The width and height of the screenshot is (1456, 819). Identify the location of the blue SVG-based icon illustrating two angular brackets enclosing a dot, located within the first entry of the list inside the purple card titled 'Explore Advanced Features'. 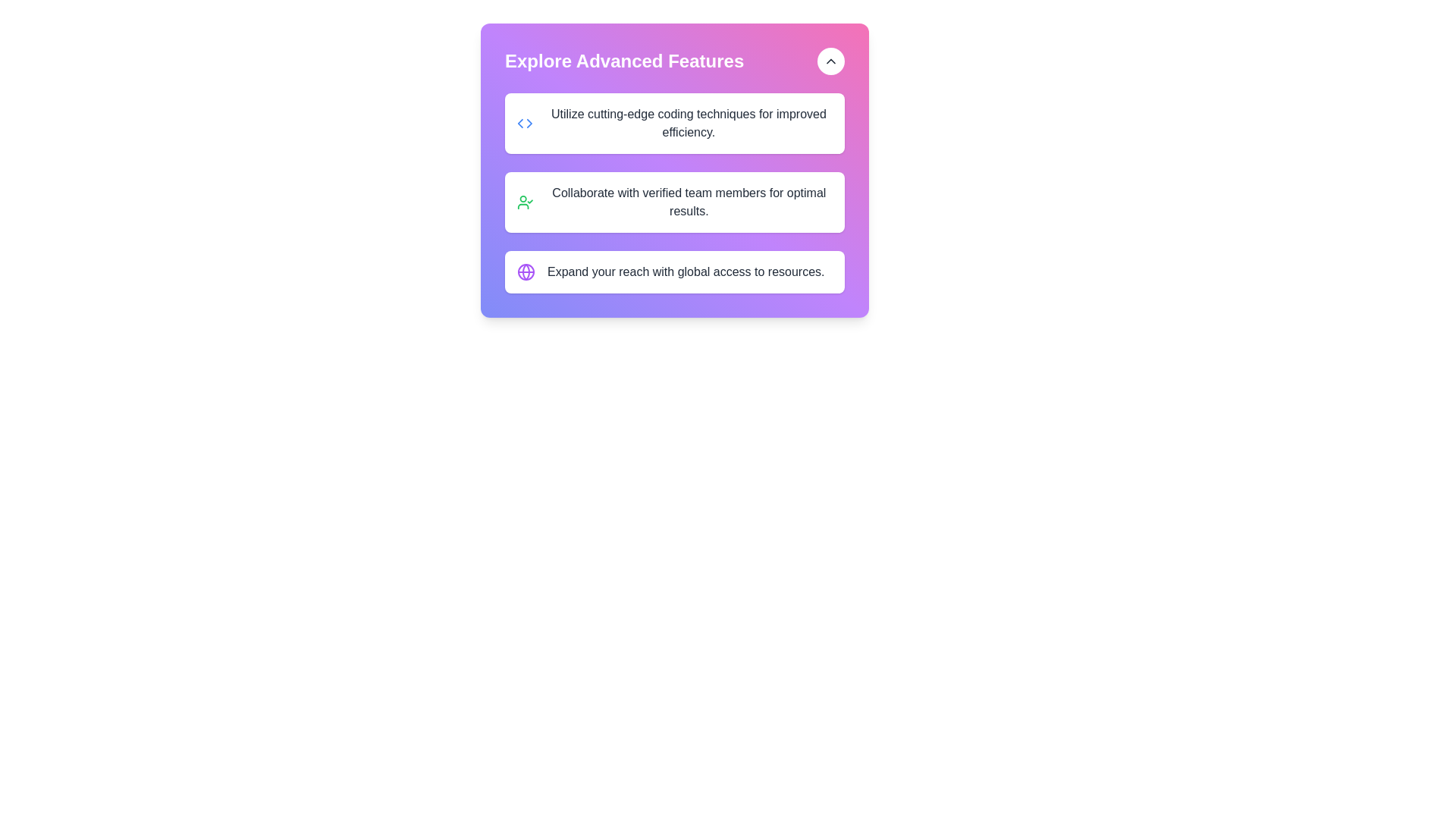
(525, 122).